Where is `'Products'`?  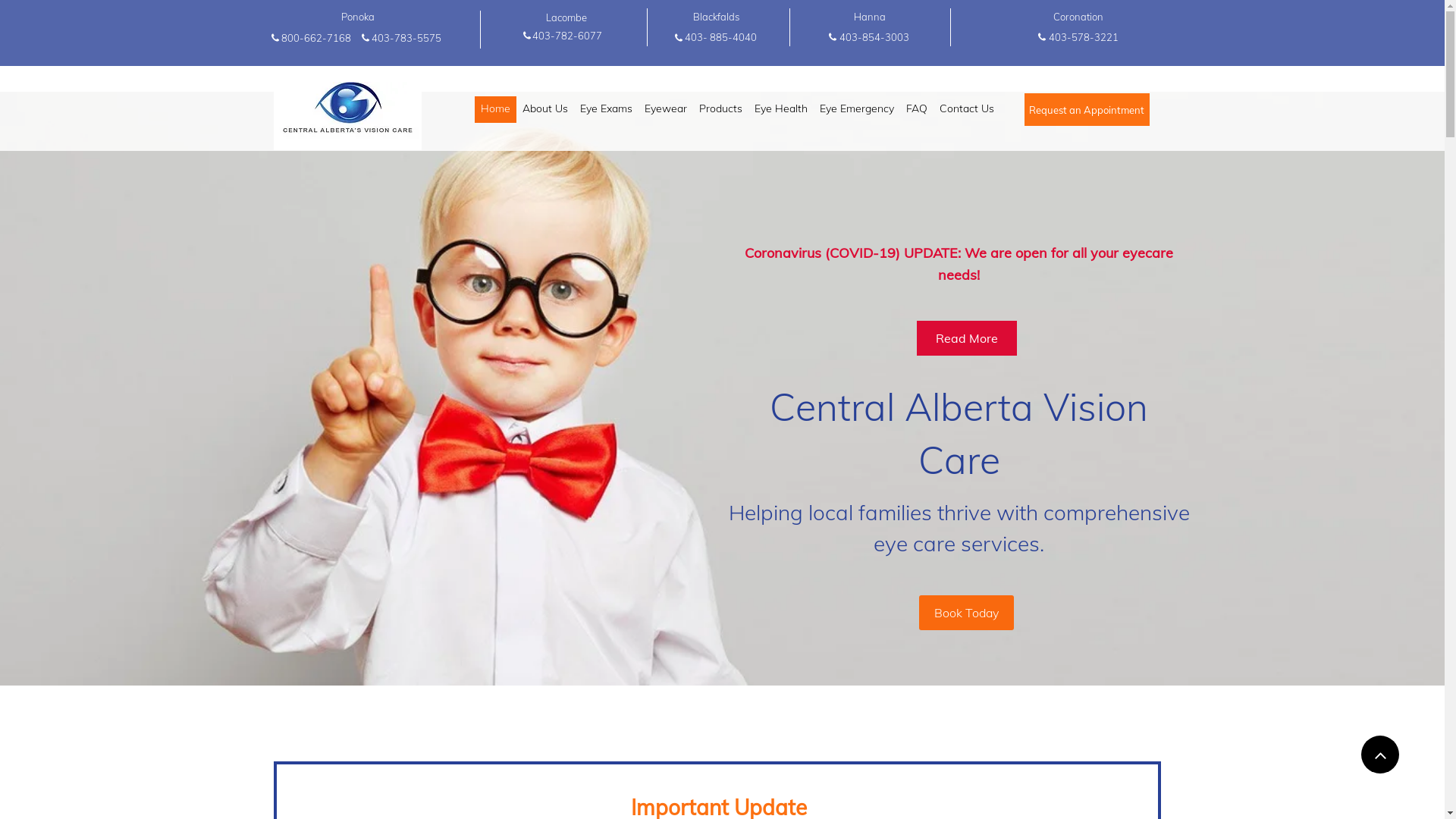 'Products' is located at coordinates (692, 108).